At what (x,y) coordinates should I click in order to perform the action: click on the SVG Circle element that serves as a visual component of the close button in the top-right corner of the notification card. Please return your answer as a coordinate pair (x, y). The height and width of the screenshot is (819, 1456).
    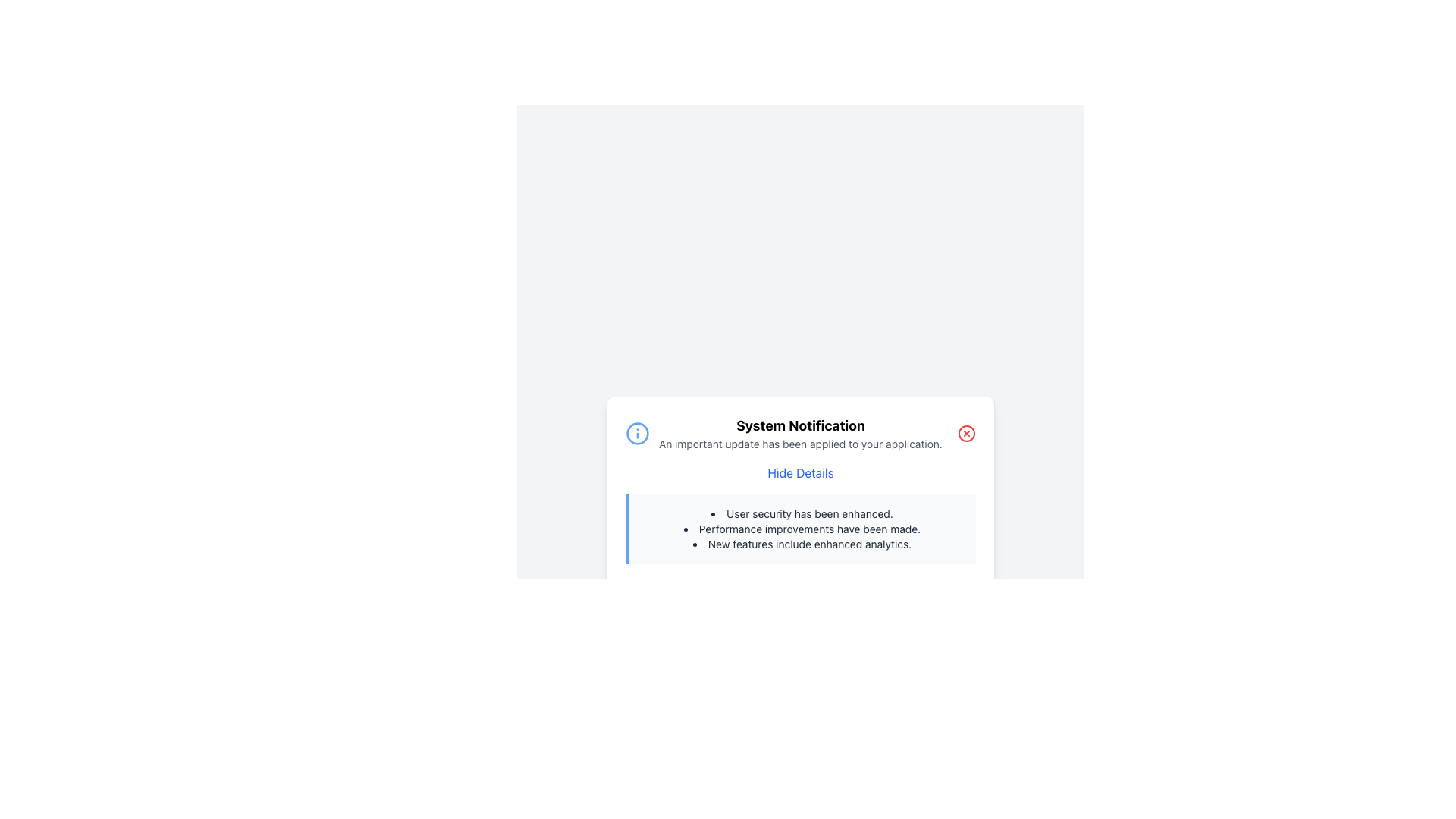
    Looking at the image, I should click on (966, 433).